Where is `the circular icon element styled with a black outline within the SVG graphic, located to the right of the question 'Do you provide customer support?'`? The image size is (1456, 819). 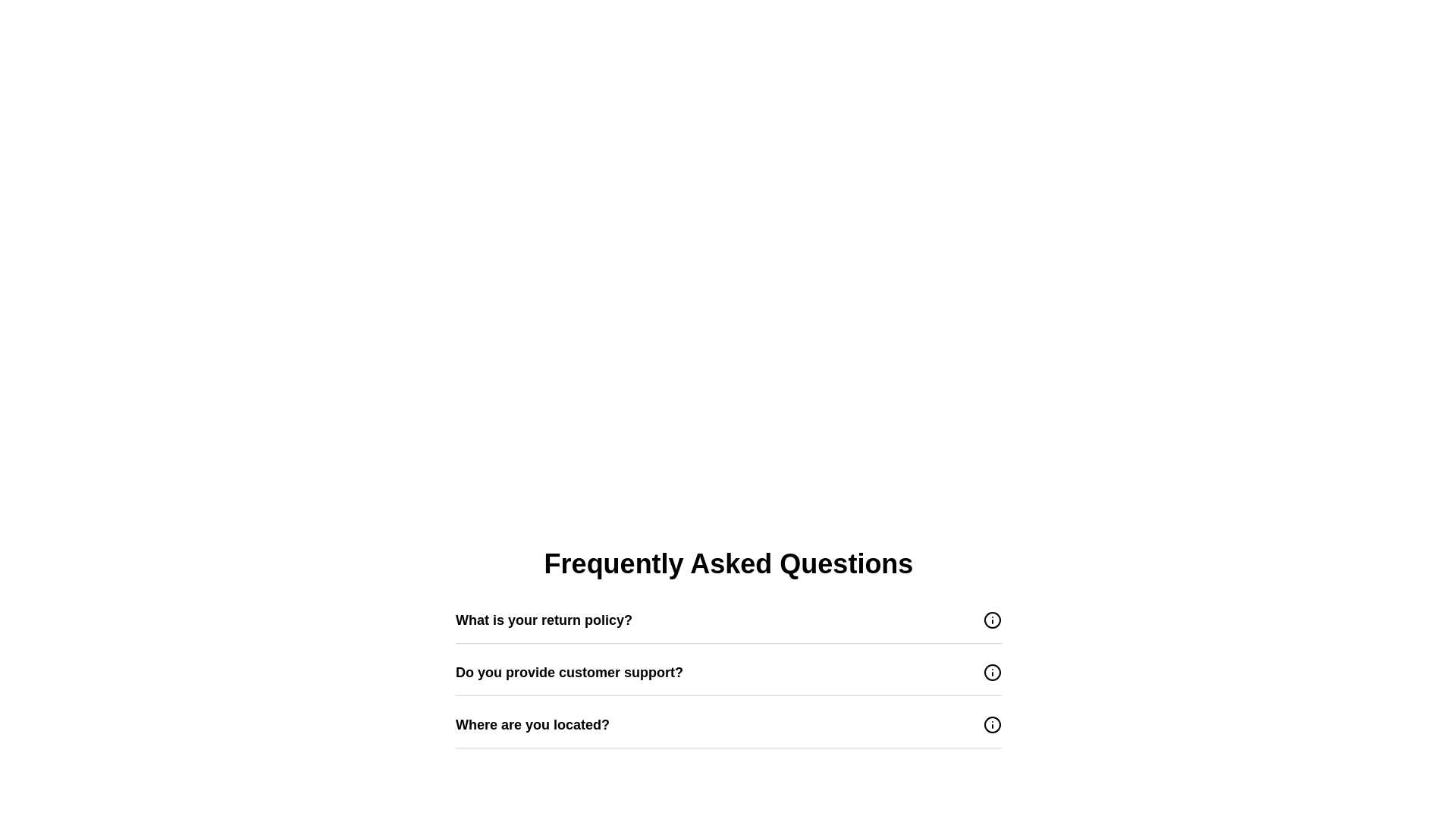 the circular icon element styled with a black outline within the SVG graphic, located to the right of the question 'Do you provide customer support?' is located at coordinates (993, 672).